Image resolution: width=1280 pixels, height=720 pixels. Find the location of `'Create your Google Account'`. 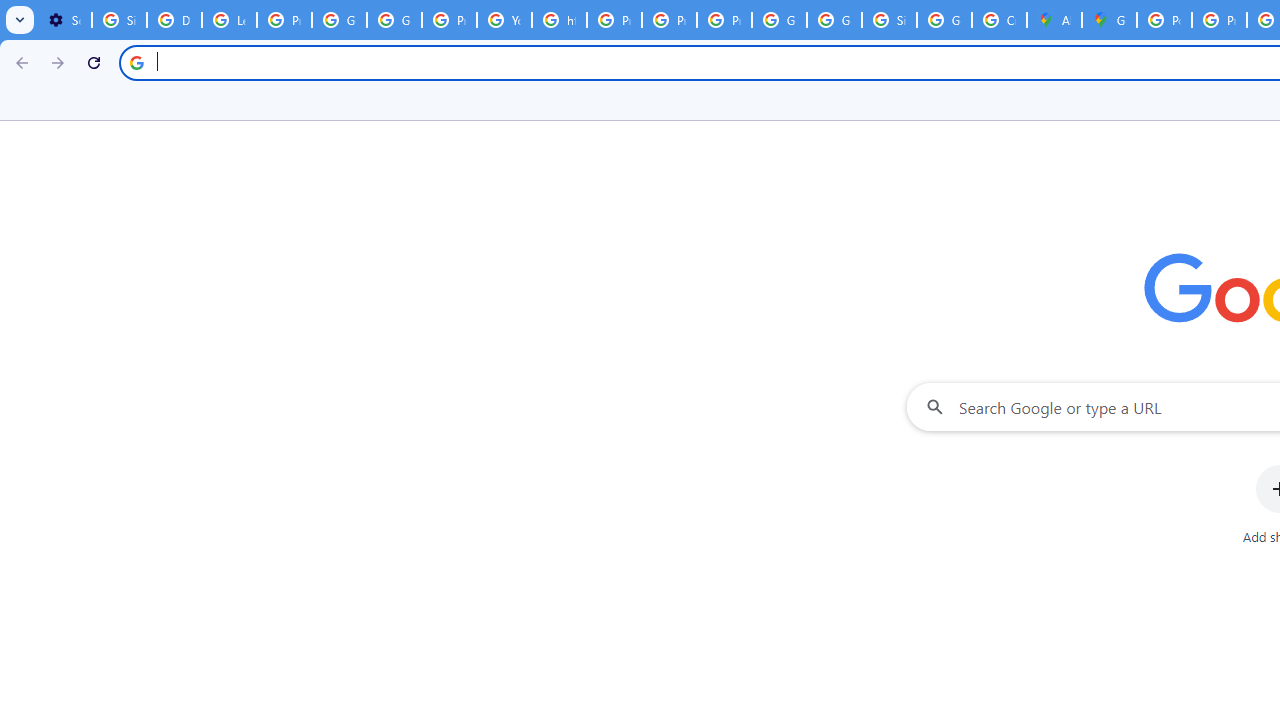

'Create your Google Account' is located at coordinates (999, 20).